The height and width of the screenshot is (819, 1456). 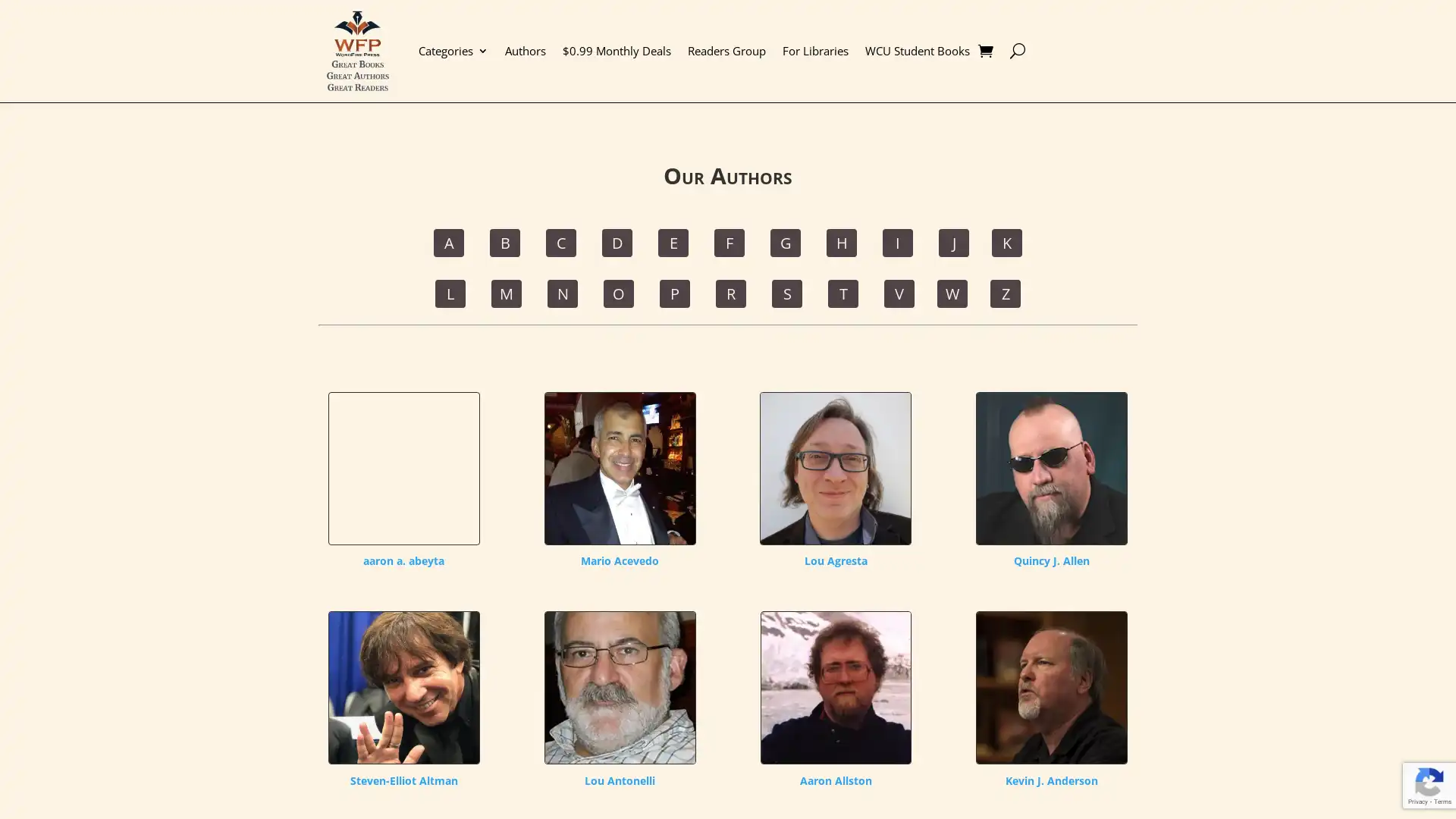 I want to click on W, so click(x=952, y=293).